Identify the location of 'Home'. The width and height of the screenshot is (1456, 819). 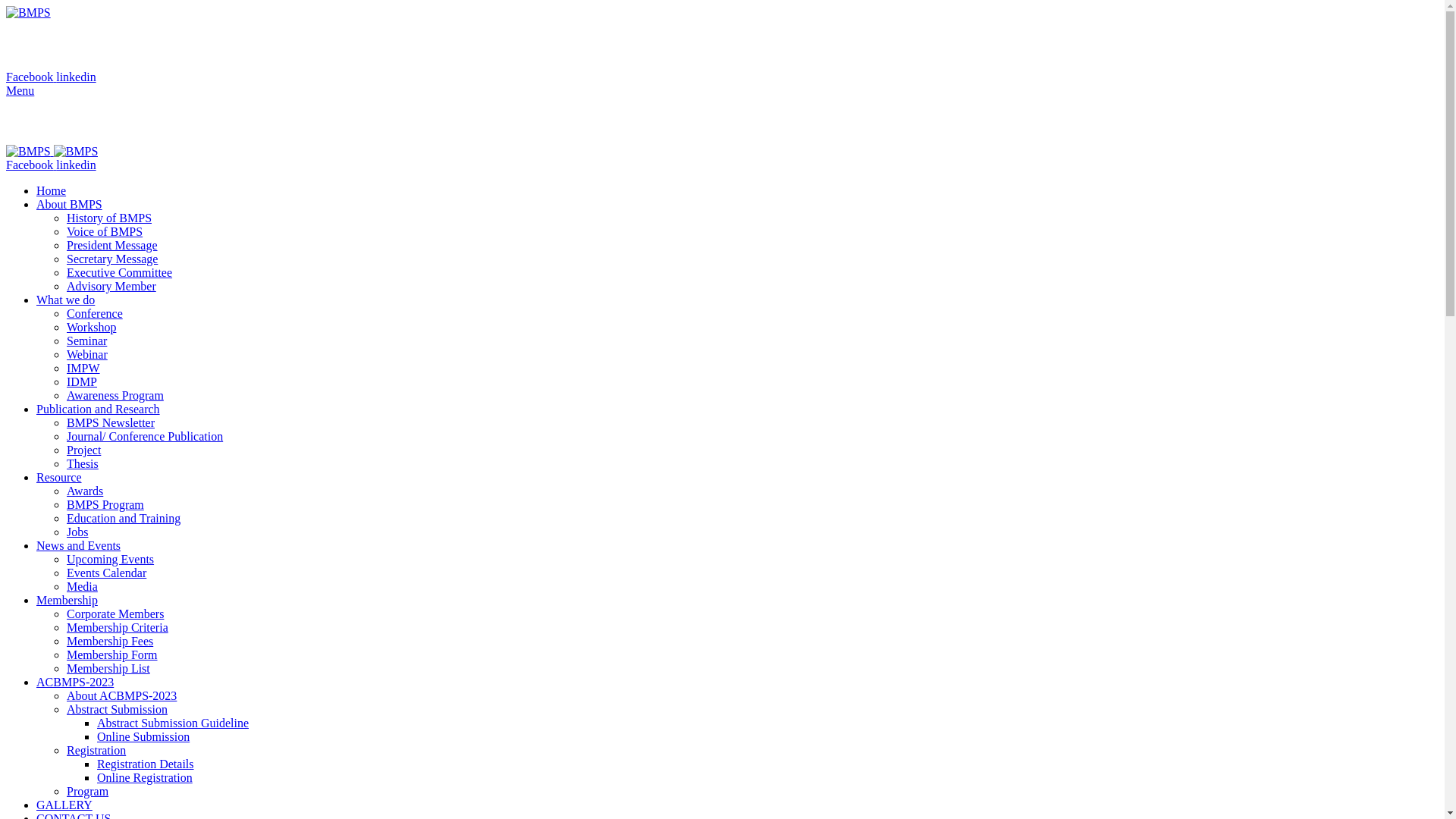
(36, 190).